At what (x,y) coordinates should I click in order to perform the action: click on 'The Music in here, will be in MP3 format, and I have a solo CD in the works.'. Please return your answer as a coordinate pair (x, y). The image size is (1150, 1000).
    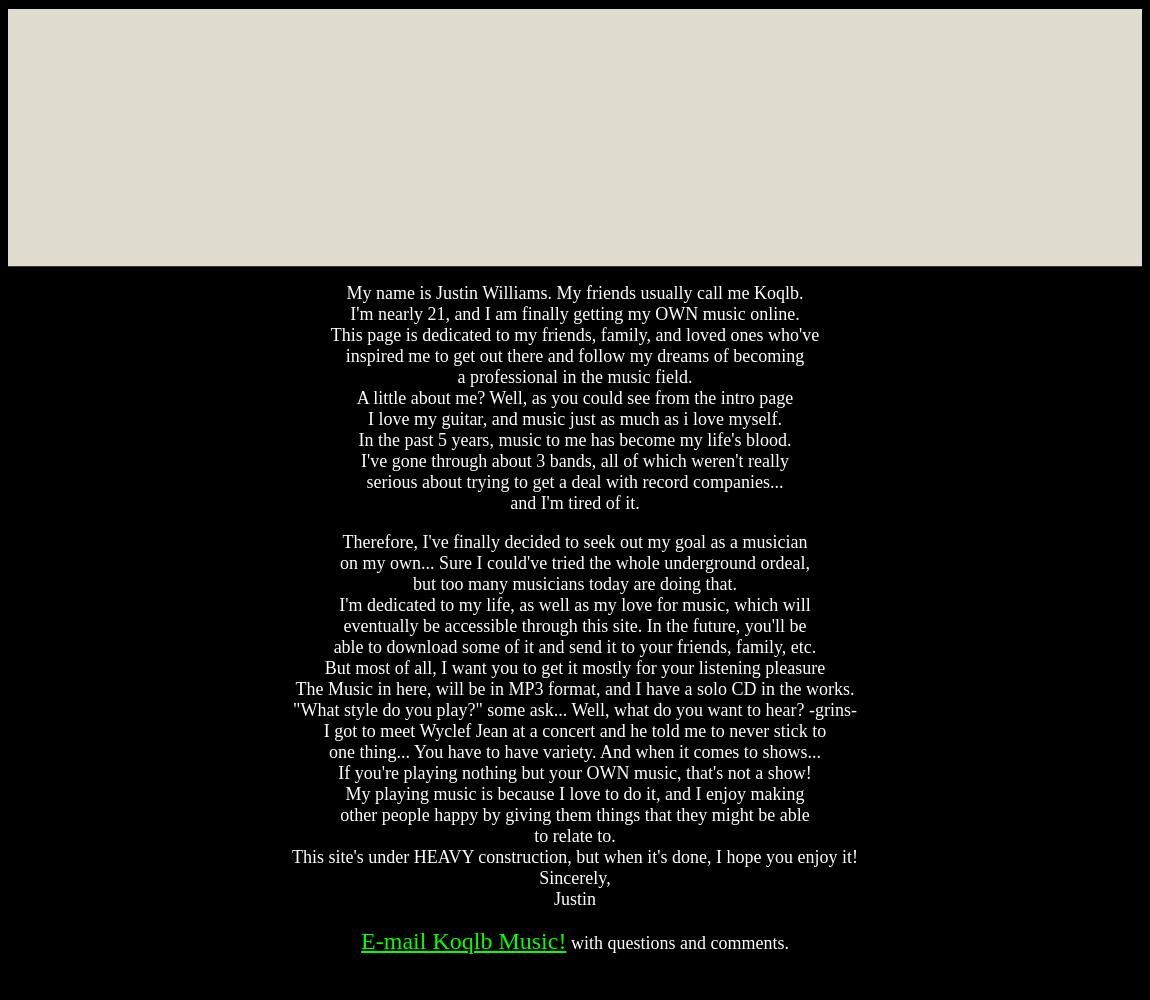
    Looking at the image, I should click on (574, 688).